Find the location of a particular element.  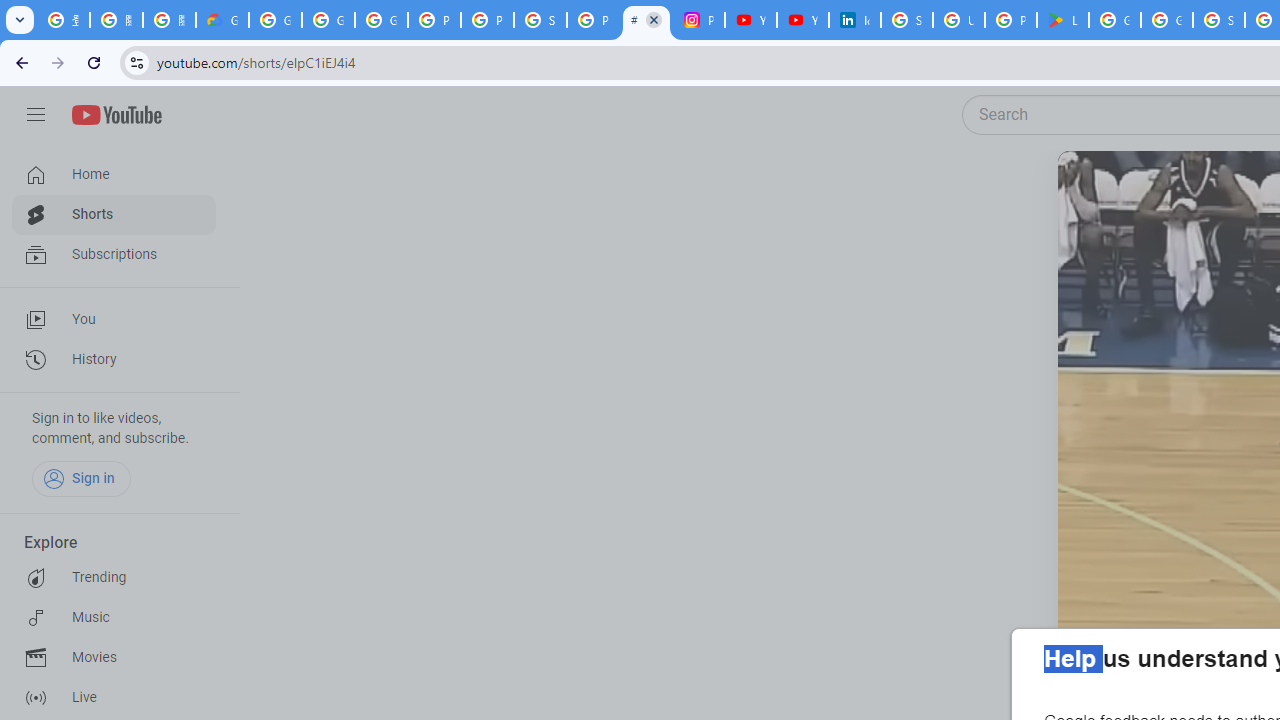

'Google Workspace - Specific Terms' is located at coordinates (1166, 20).